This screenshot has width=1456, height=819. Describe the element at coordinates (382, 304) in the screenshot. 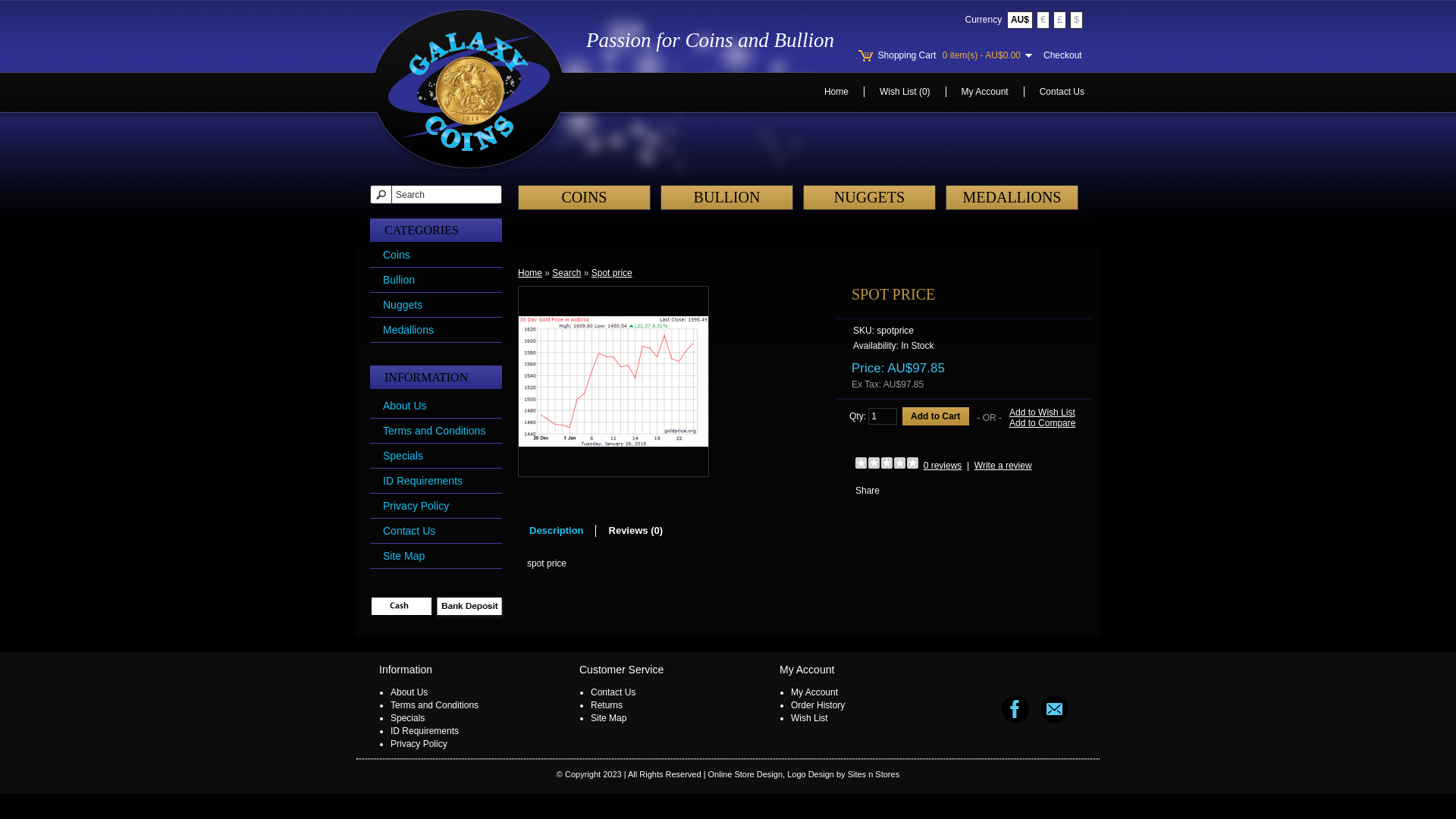

I see `'Nuggets'` at that location.